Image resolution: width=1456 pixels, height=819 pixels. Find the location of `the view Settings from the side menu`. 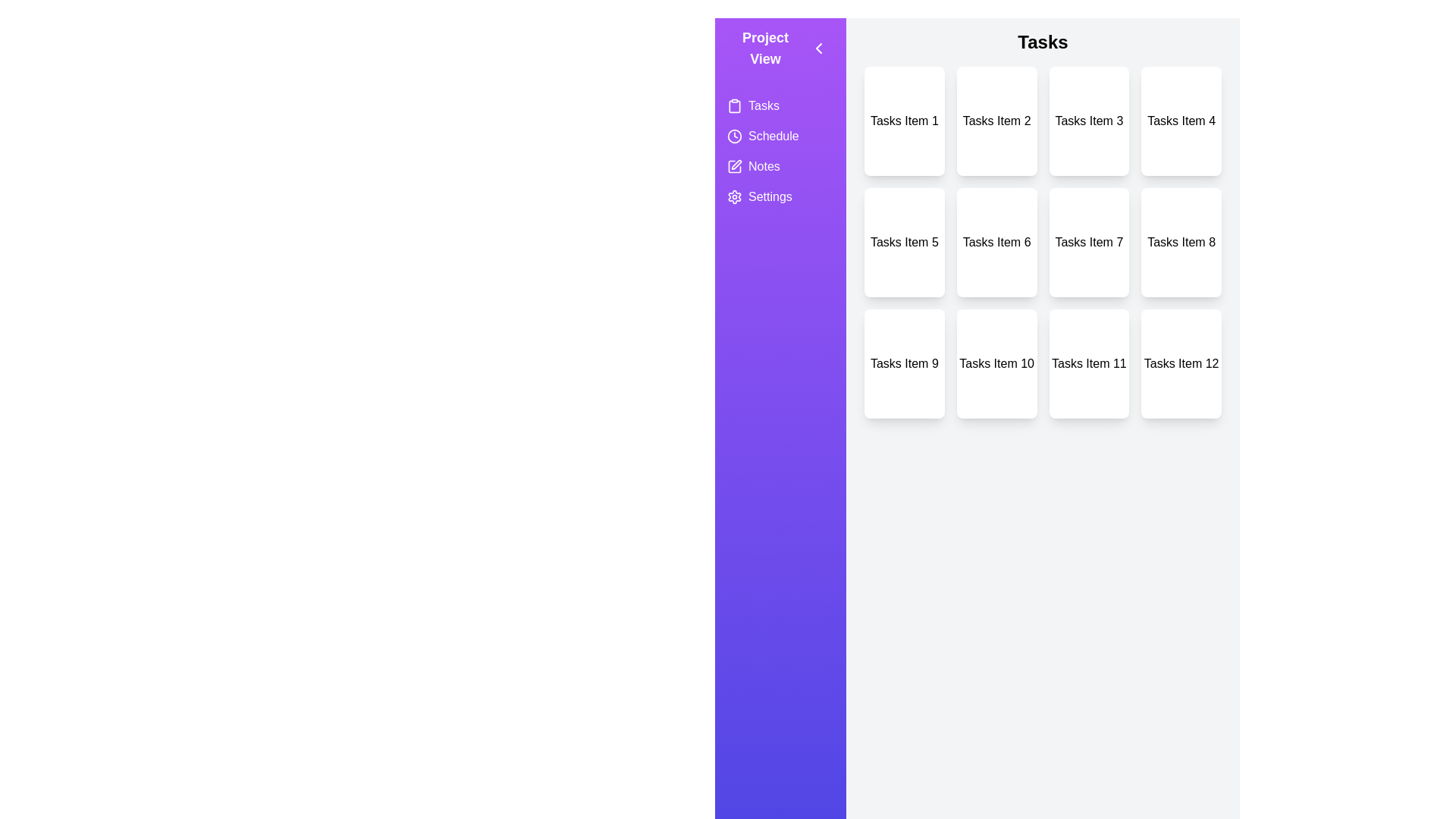

the view Settings from the side menu is located at coordinates (780, 196).